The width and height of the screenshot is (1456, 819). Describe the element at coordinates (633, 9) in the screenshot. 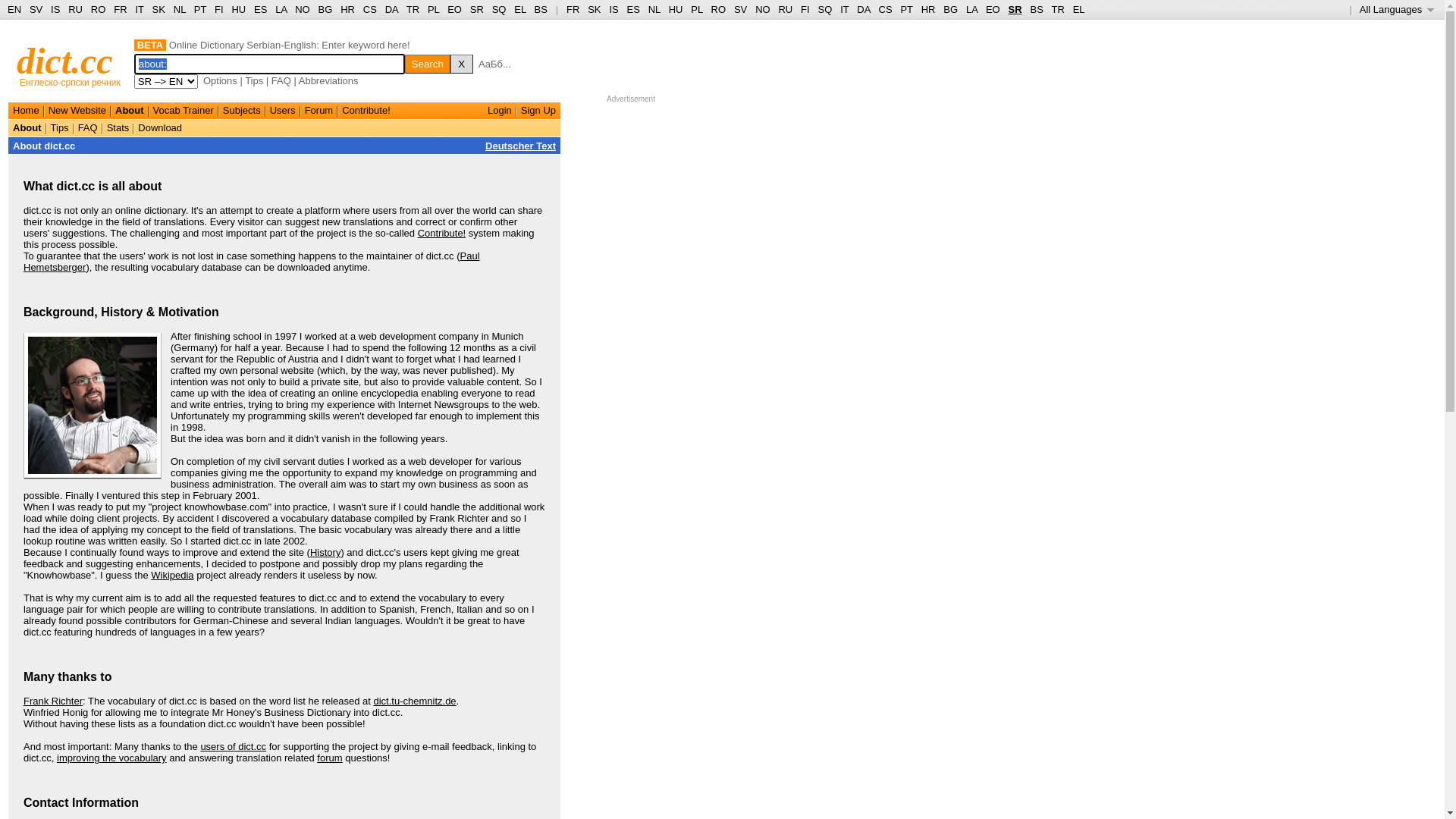

I see `'ES'` at that location.